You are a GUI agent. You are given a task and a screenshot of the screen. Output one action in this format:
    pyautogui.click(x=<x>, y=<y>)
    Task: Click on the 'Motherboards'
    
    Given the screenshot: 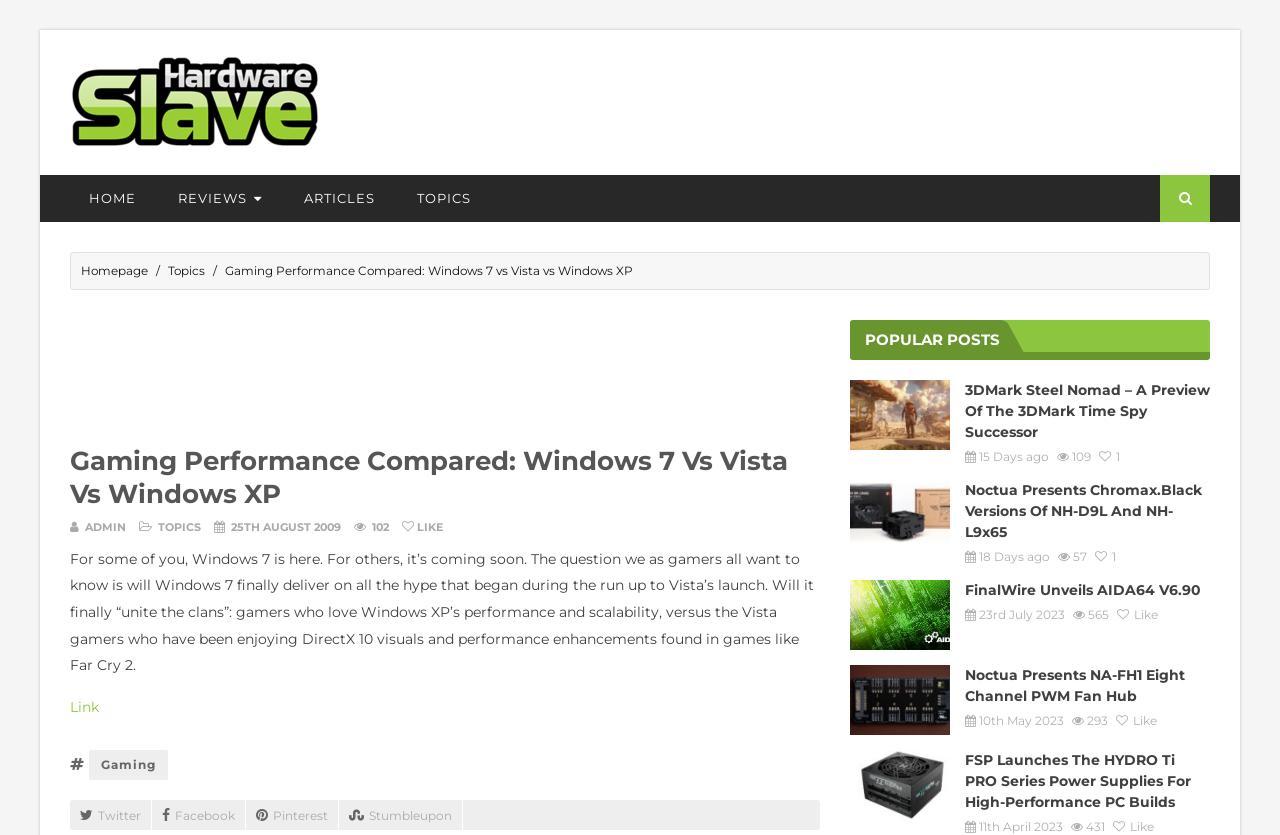 What is the action you would take?
    pyautogui.click(x=226, y=397)
    